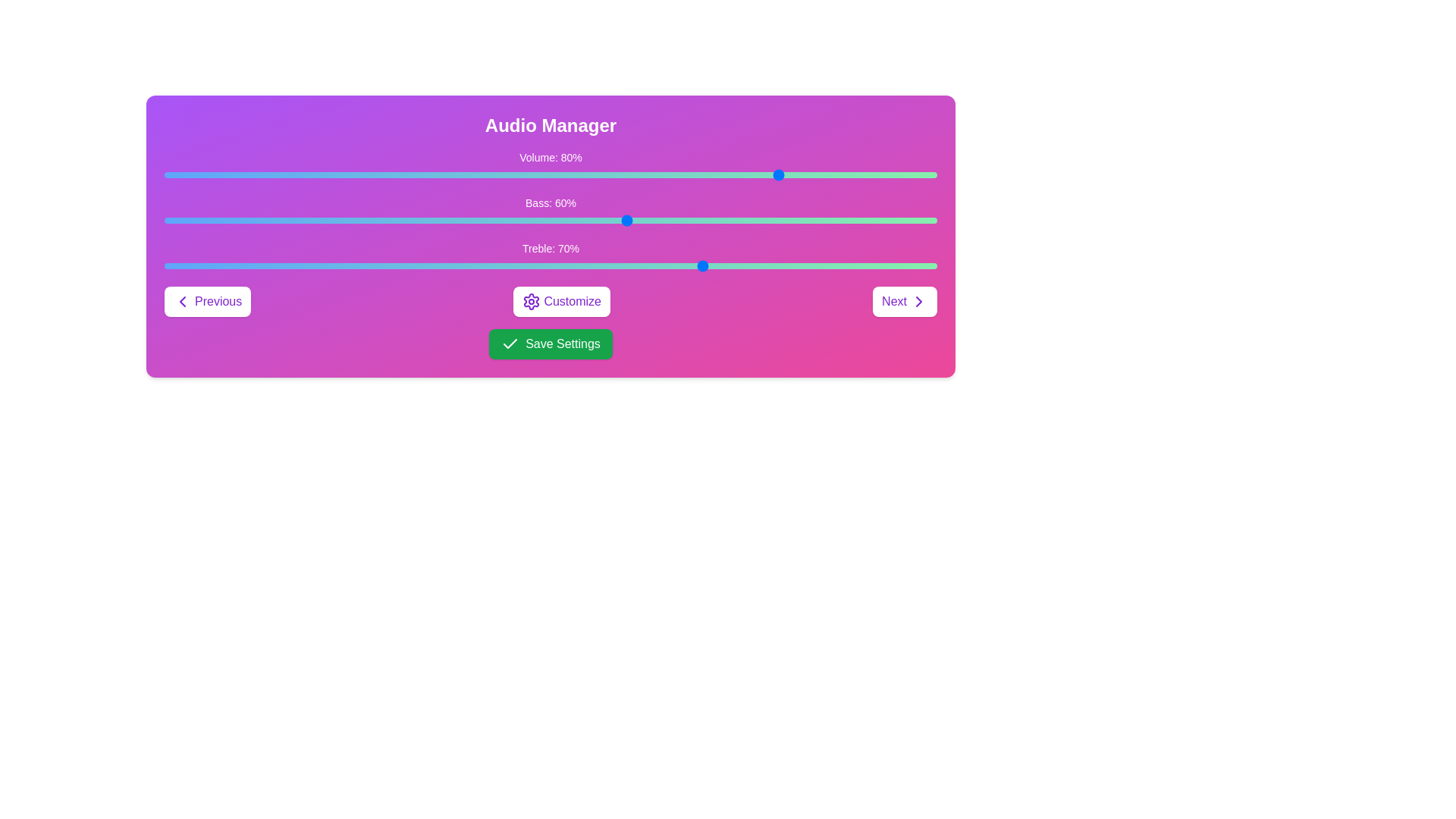 This screenshot has height=819, width=1456. What do you see at coordinates (182, 301) in the screenshot?
I see `the decorative arrow icon located inside the 'Previous' button on the left-hand side of the button text` at bounding box center [182, 301].